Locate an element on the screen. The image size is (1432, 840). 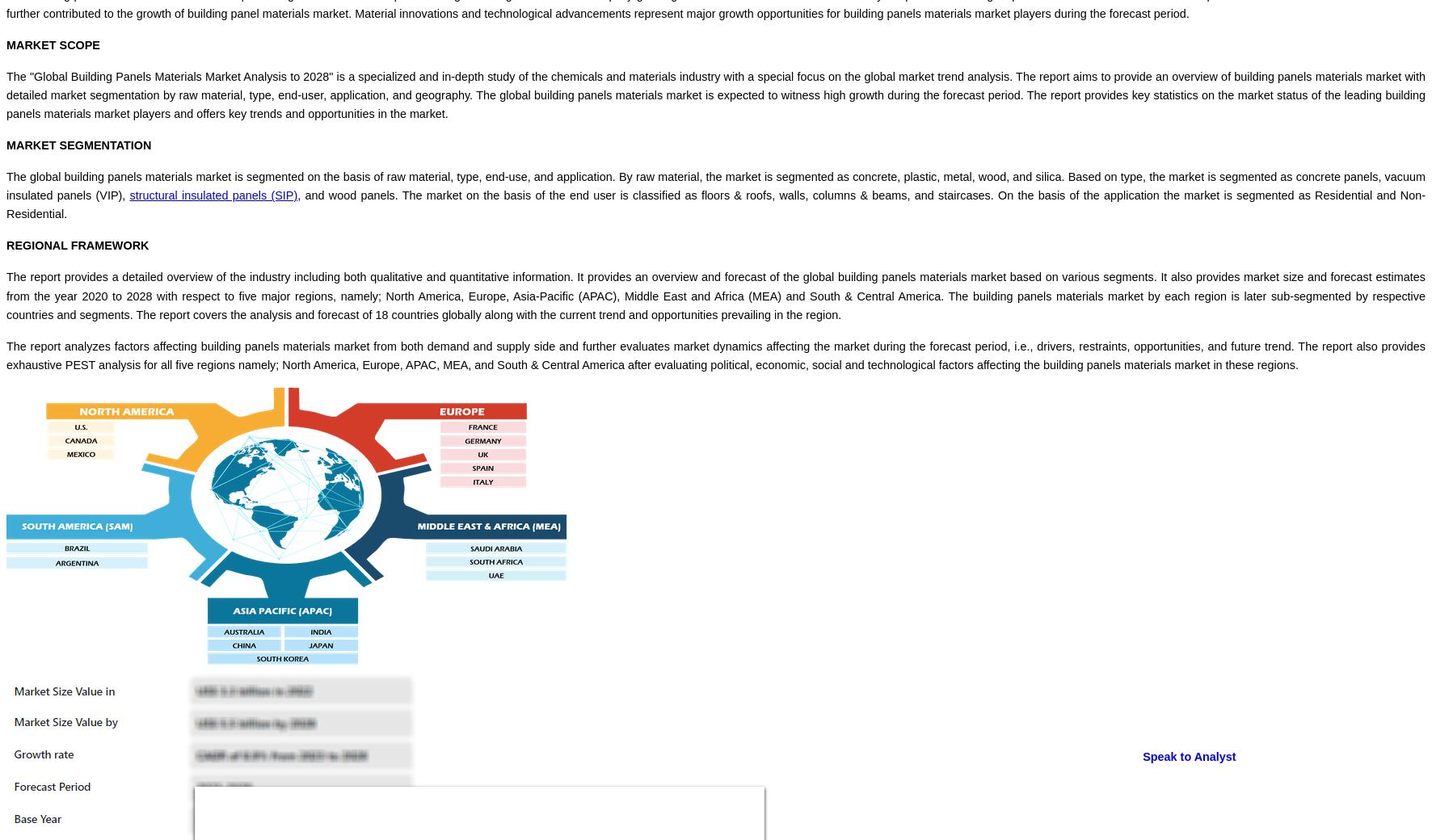
'We accept all major credit cards and bank cards' is located at coordinates (123, 687).